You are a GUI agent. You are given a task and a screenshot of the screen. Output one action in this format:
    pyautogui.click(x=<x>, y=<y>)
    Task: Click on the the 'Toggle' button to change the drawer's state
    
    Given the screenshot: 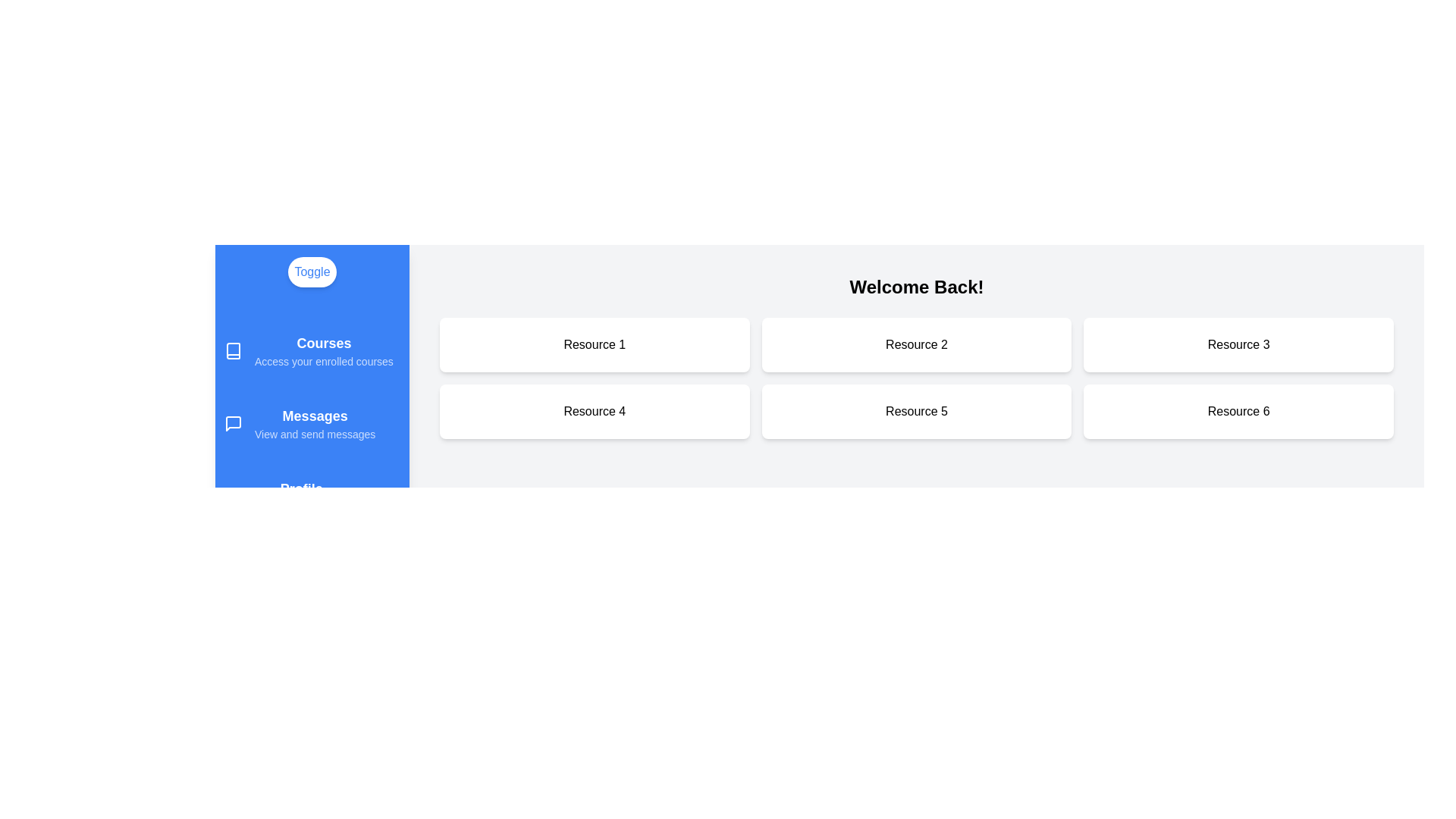 What is the action you would take?
    pyautogui.click(x=312, y=271)
    